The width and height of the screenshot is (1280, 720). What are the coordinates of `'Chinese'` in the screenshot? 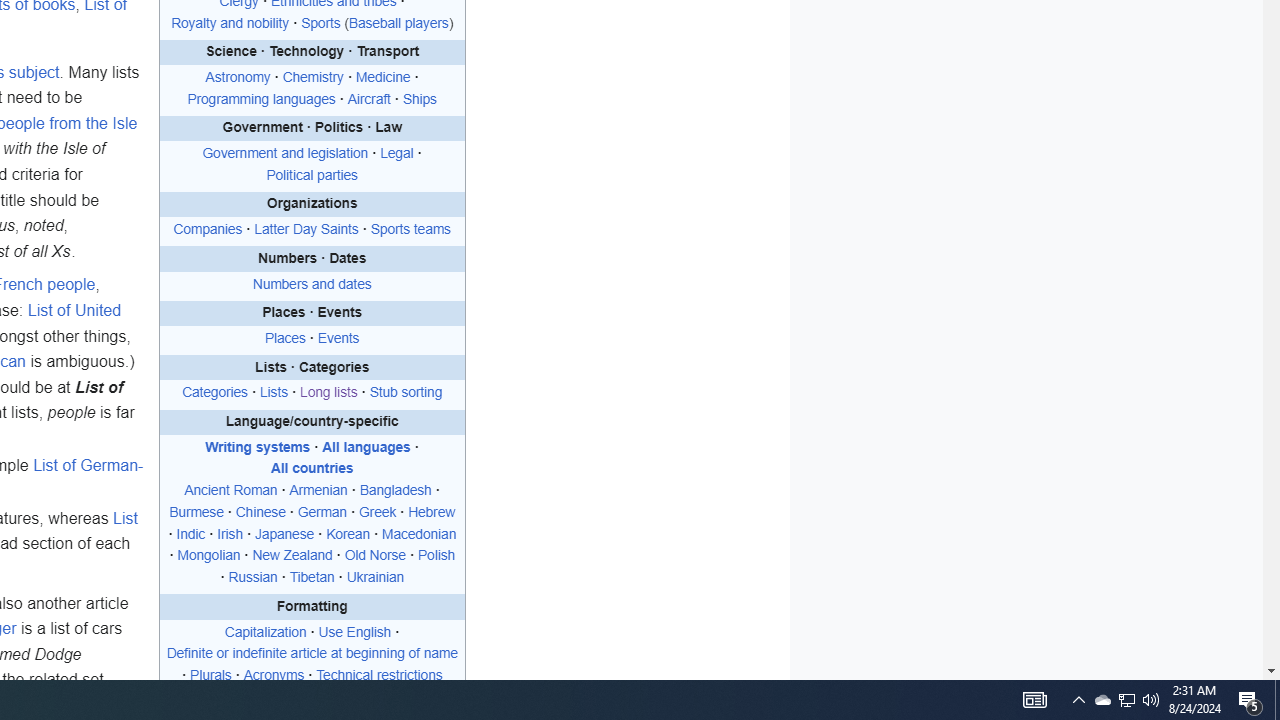 It's located at (259, 510).